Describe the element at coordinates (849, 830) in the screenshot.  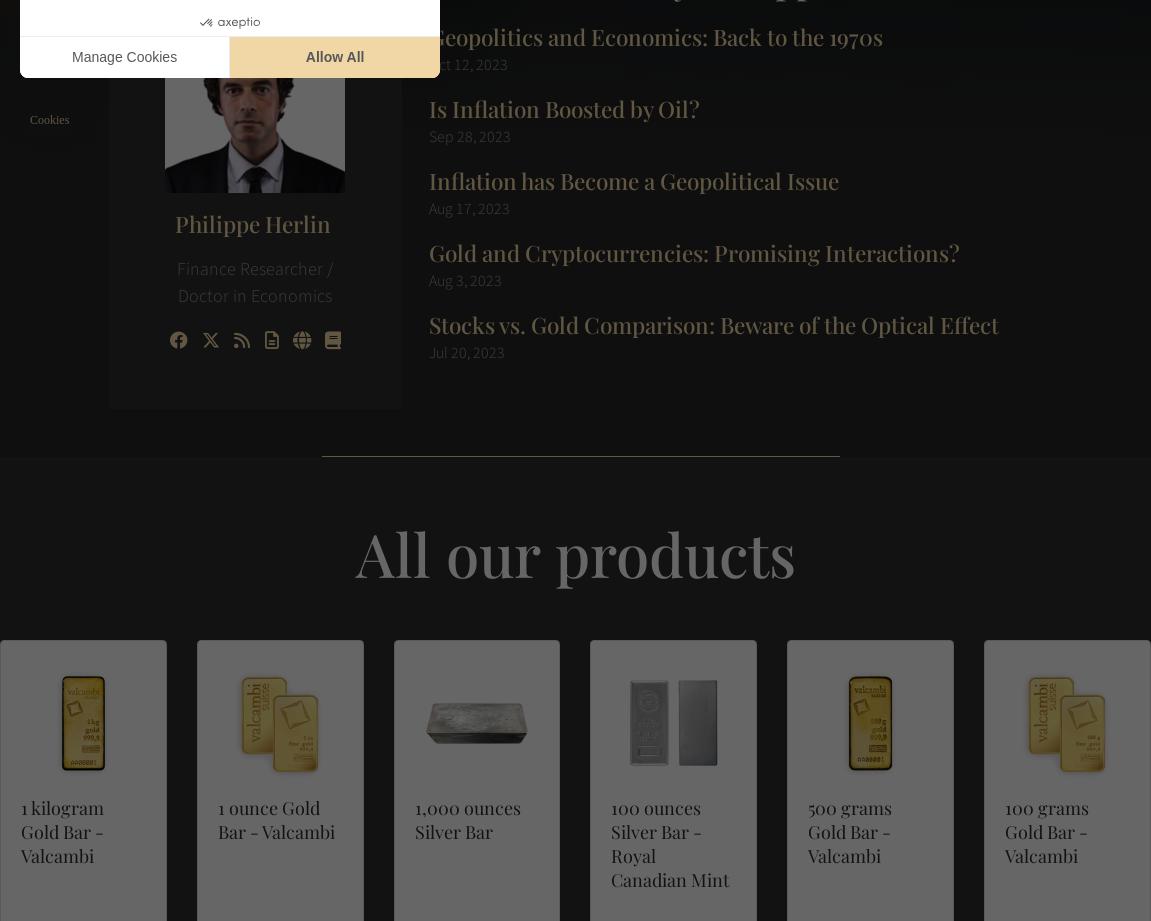
I see `'500 grams  Gold Bar - Valcambi'` at that location.